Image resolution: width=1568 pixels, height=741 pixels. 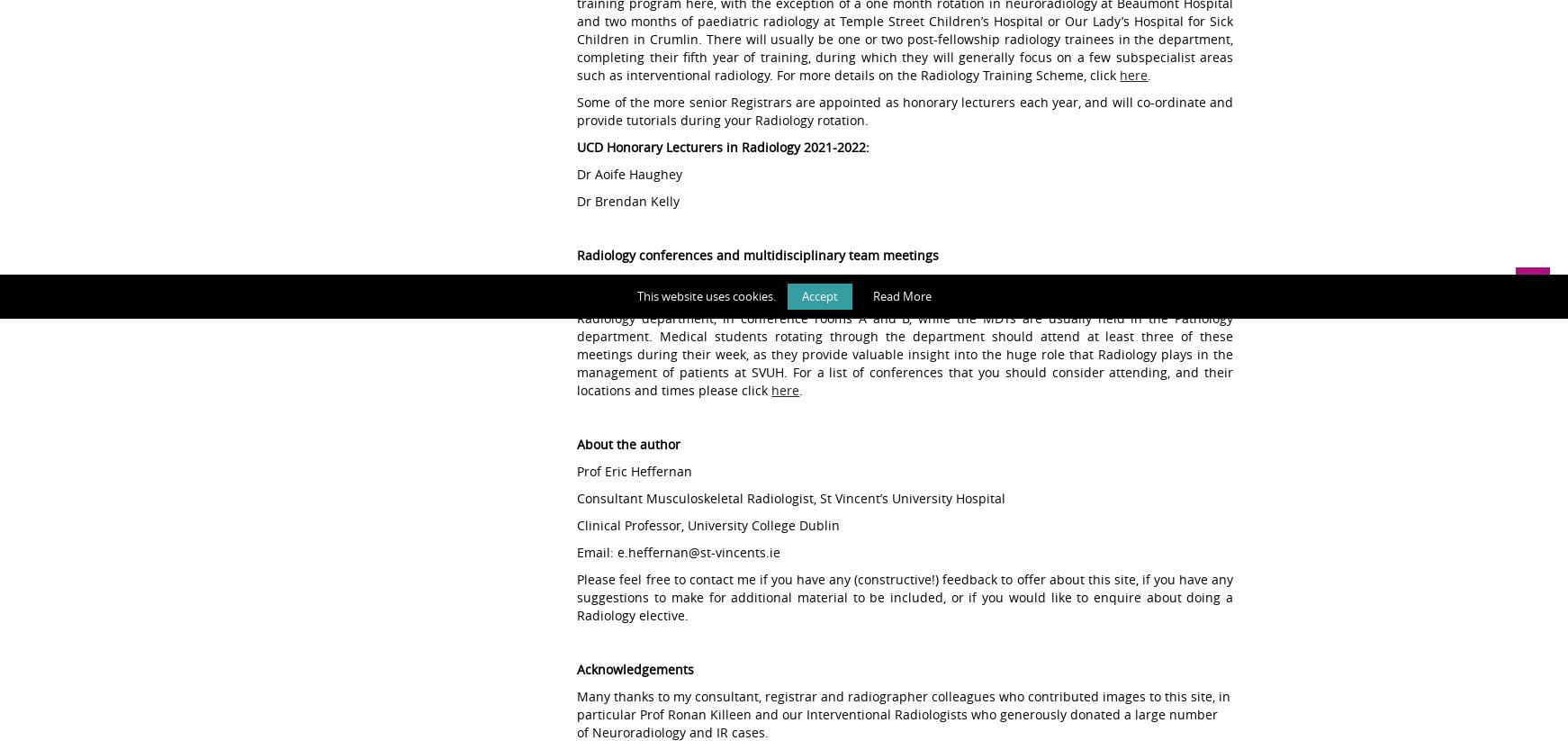 I want to click on 'Email: e.heffernan@st-vincents.ie', so click(x=678, y=551).